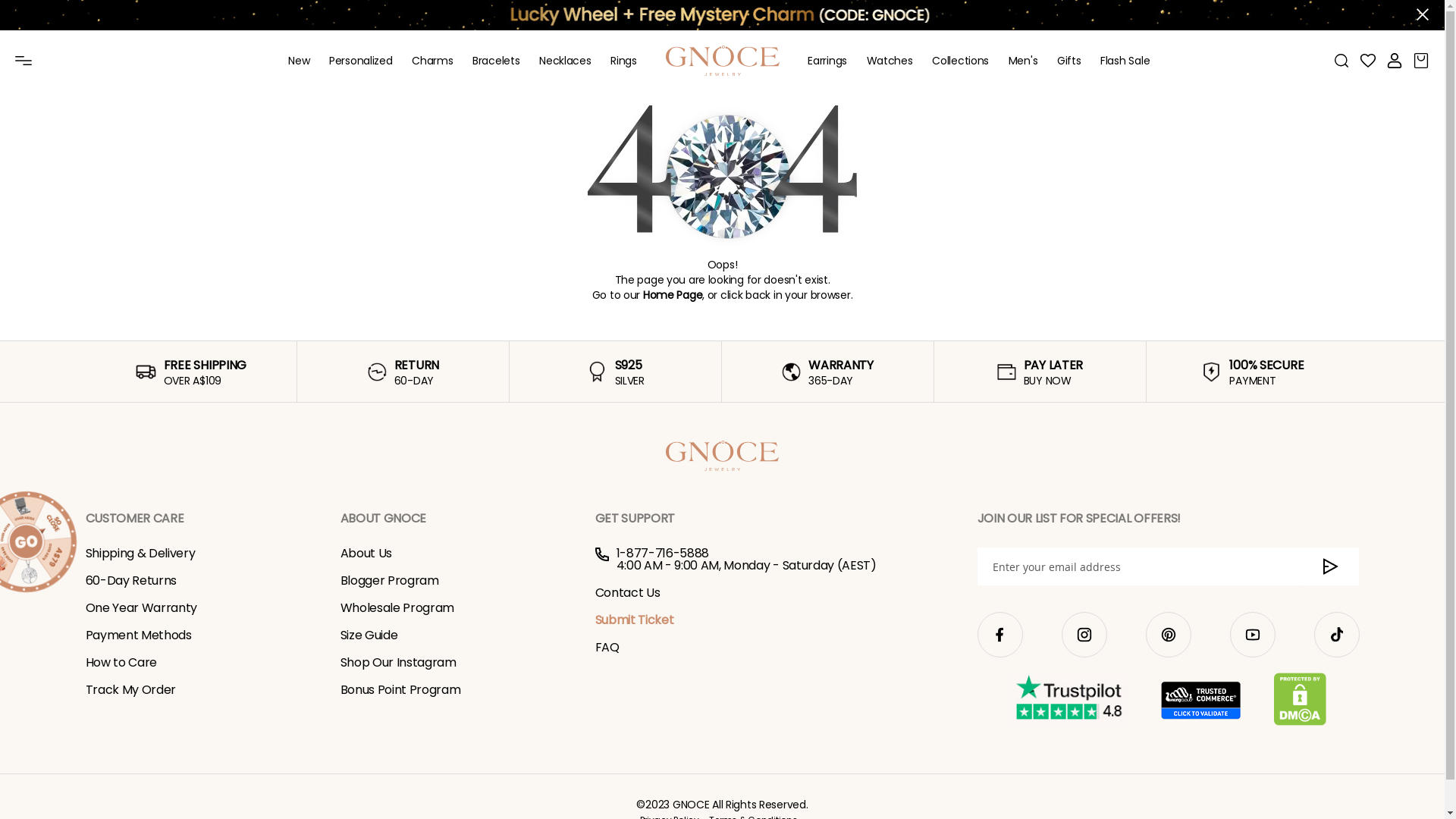 The height and width of the screenshot is (819, 1456). What do you see at coordinates (141, 607) in the screenshot?
I see `'One Year Warranty'` at bounding box center [141, 607].